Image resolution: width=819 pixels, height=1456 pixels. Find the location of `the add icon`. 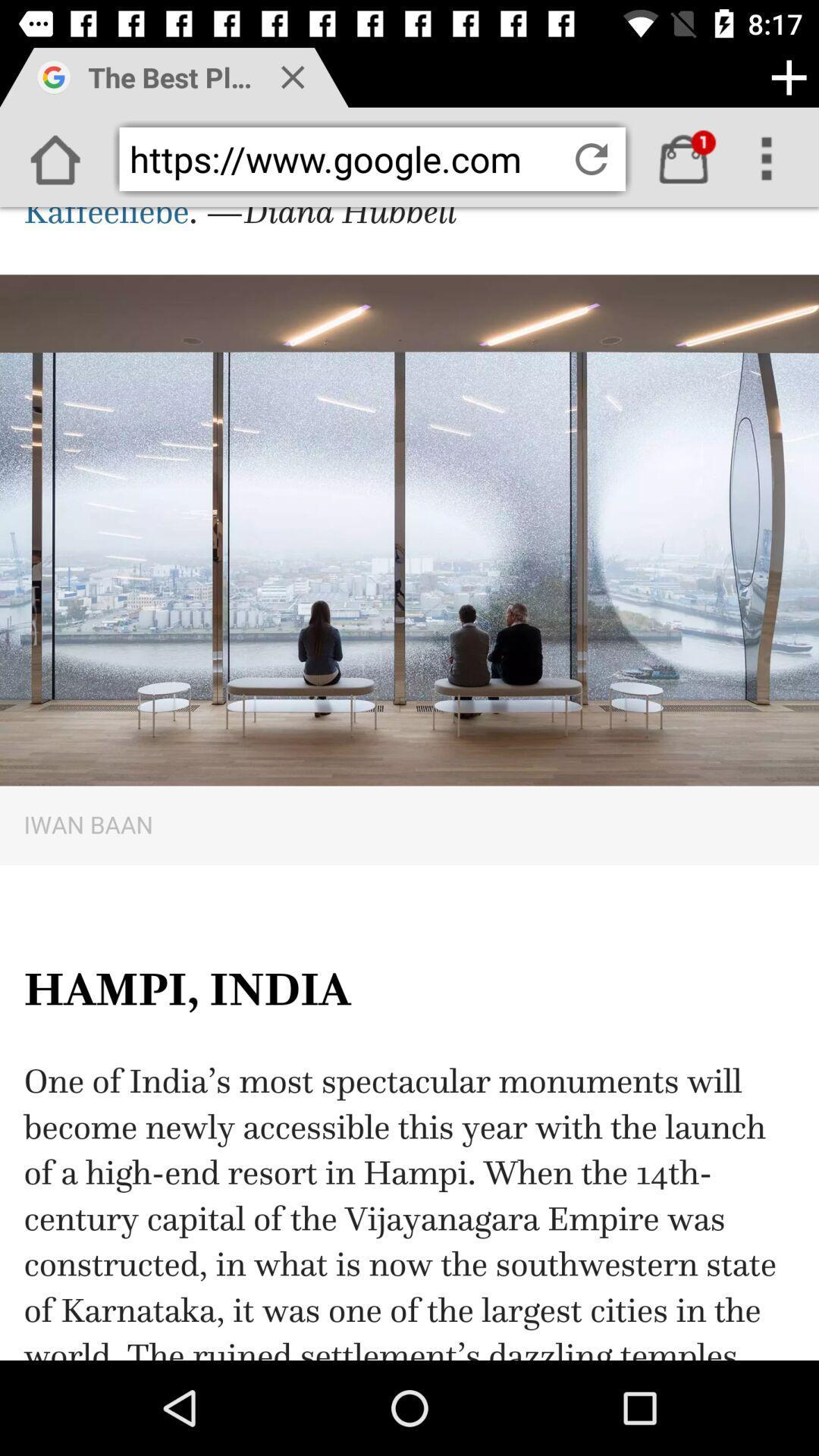

the add icon is located at coordinates (788, 77).